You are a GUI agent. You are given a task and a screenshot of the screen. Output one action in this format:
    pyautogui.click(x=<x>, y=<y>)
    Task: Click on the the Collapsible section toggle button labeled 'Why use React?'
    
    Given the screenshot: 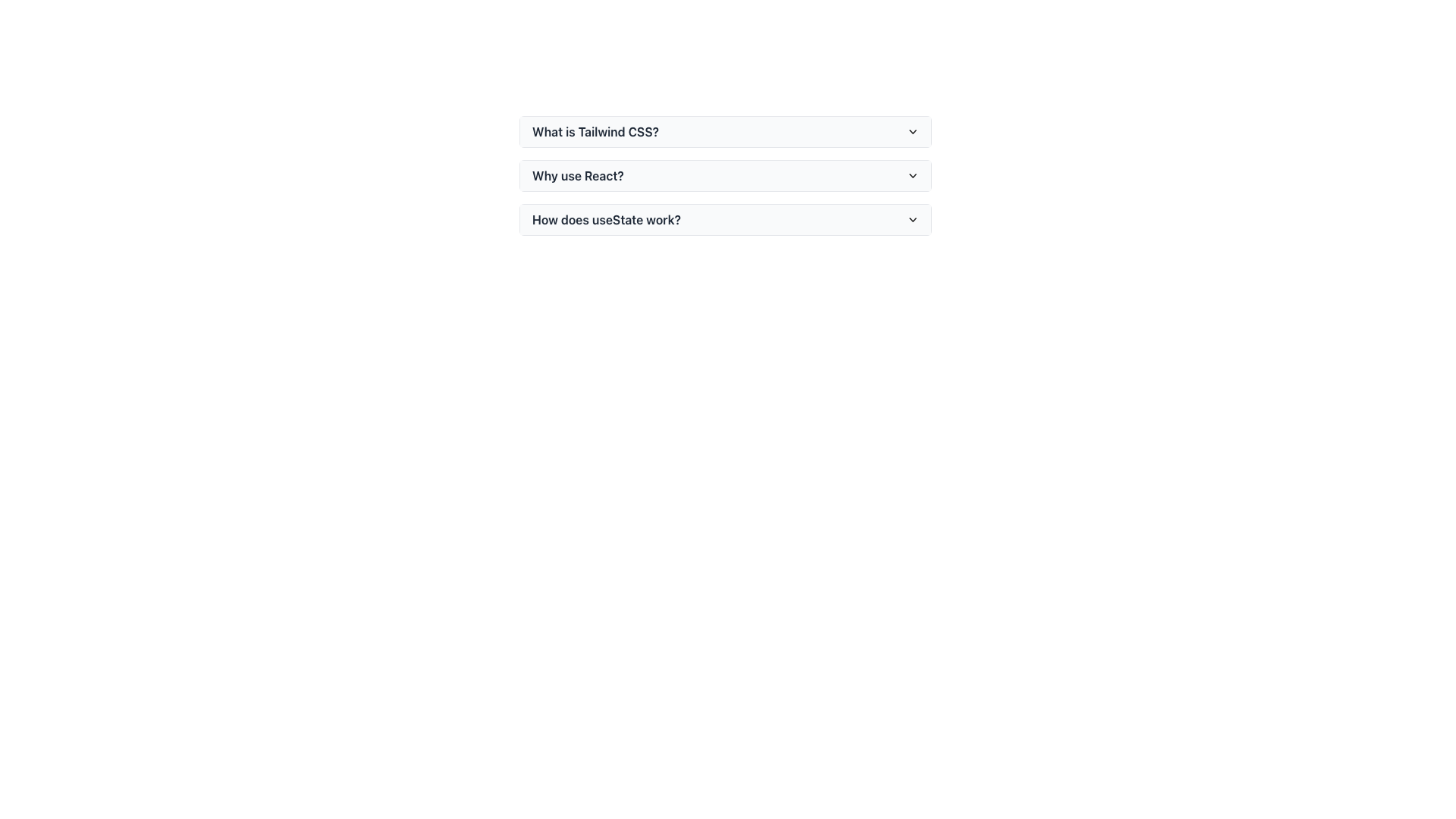 What is the action you would take?
    pyautogui.click(x=724, y=174)
    